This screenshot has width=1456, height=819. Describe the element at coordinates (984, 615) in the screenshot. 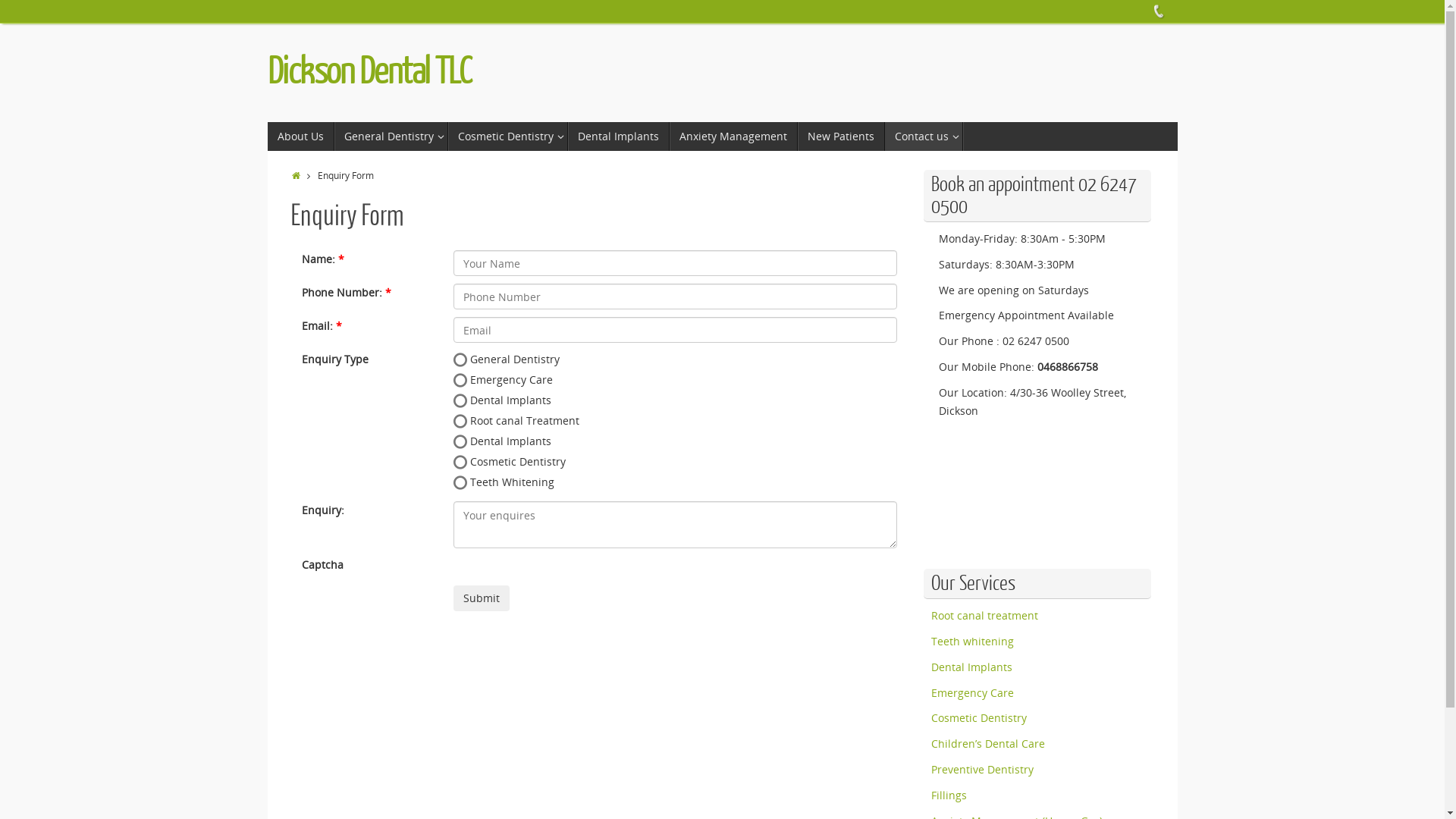

I see `'Root canal treatment'` at that location.